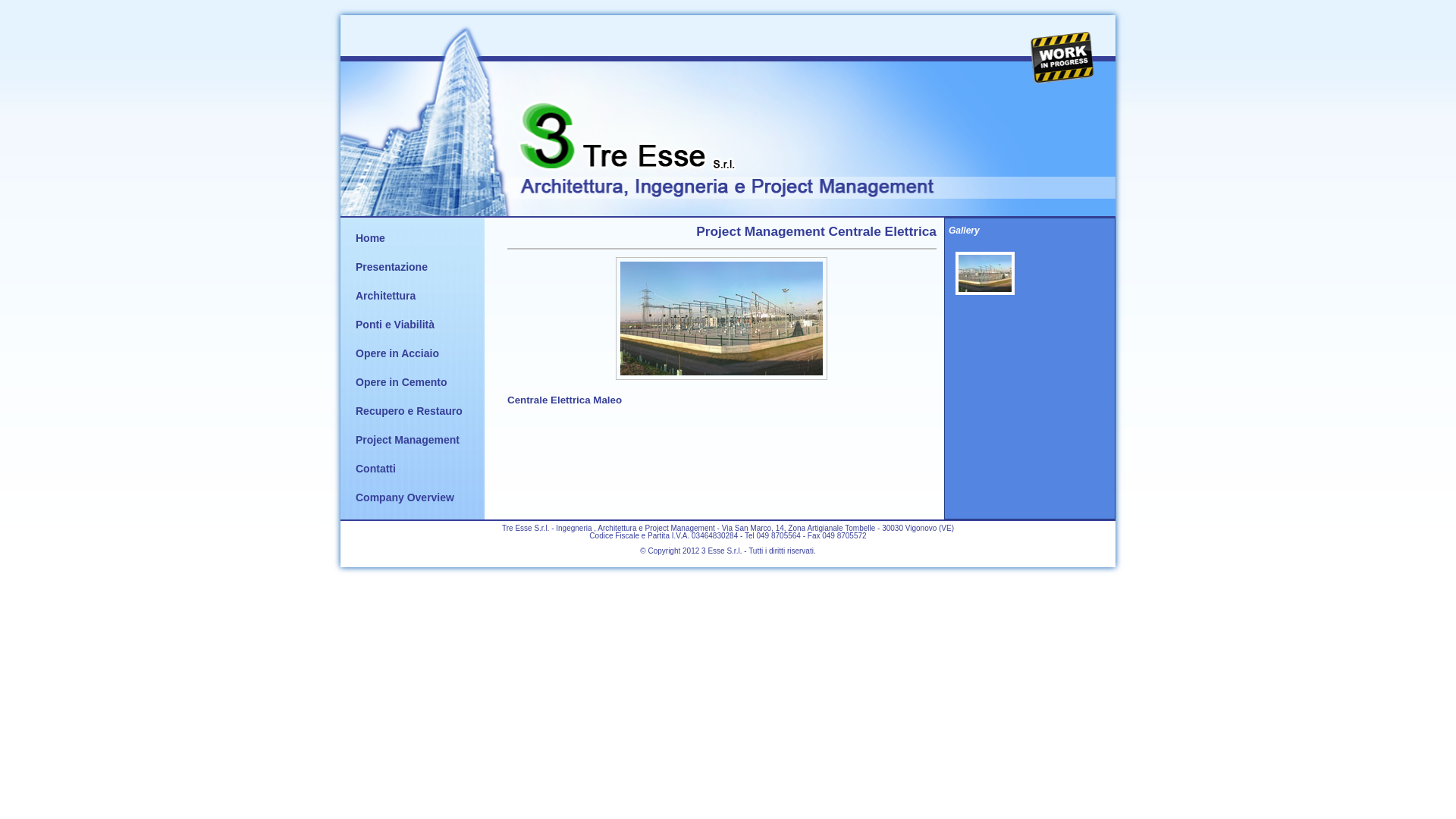  I want to click on 'Presentazione', so click(391, 265).